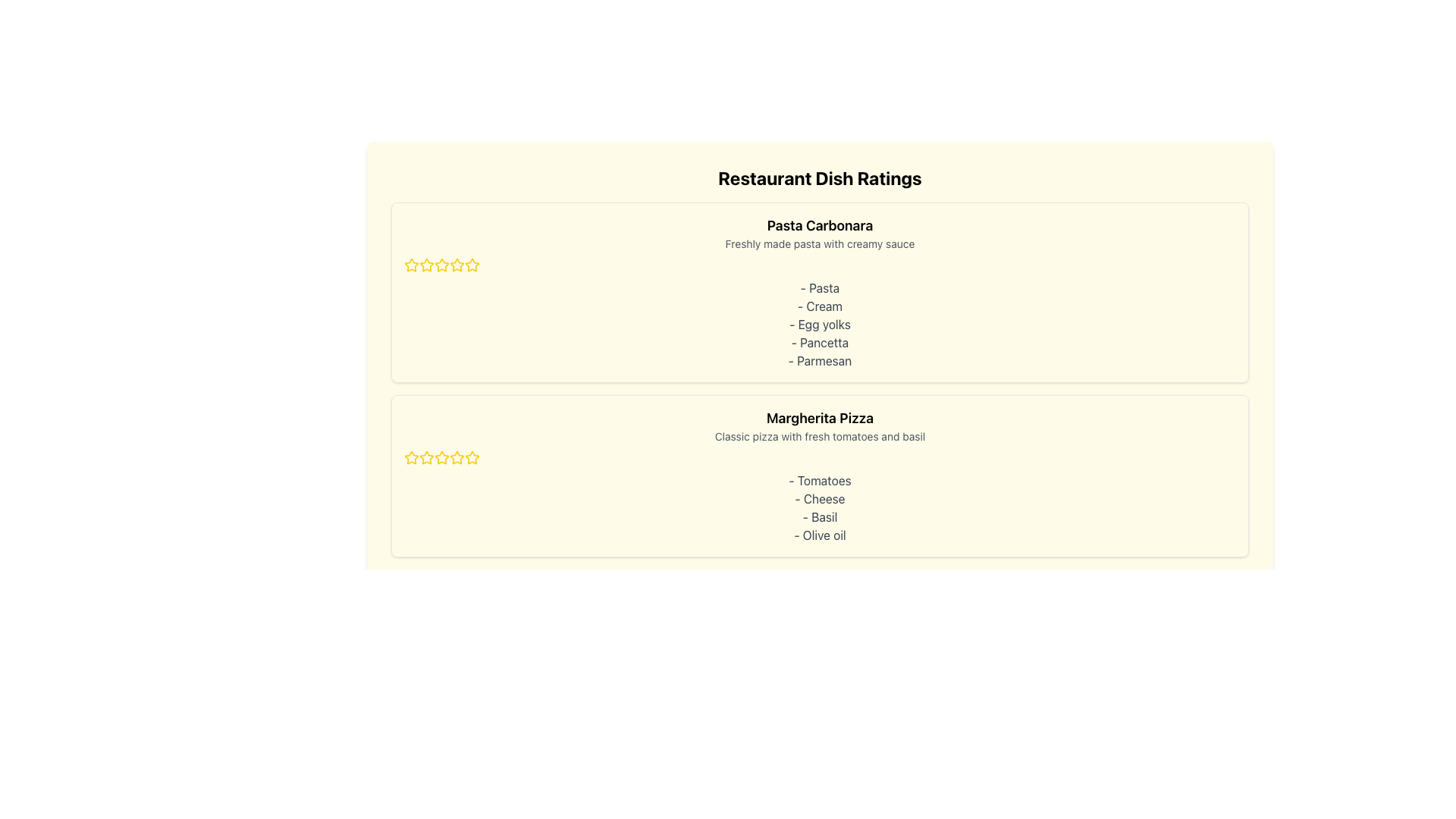 The height and width of the screenshot is (819, 1456). Describe the element at coordinates (425, 265) in the screenshot. I see `the third star icon, which is a yellow outlined star used for rating` at that location.